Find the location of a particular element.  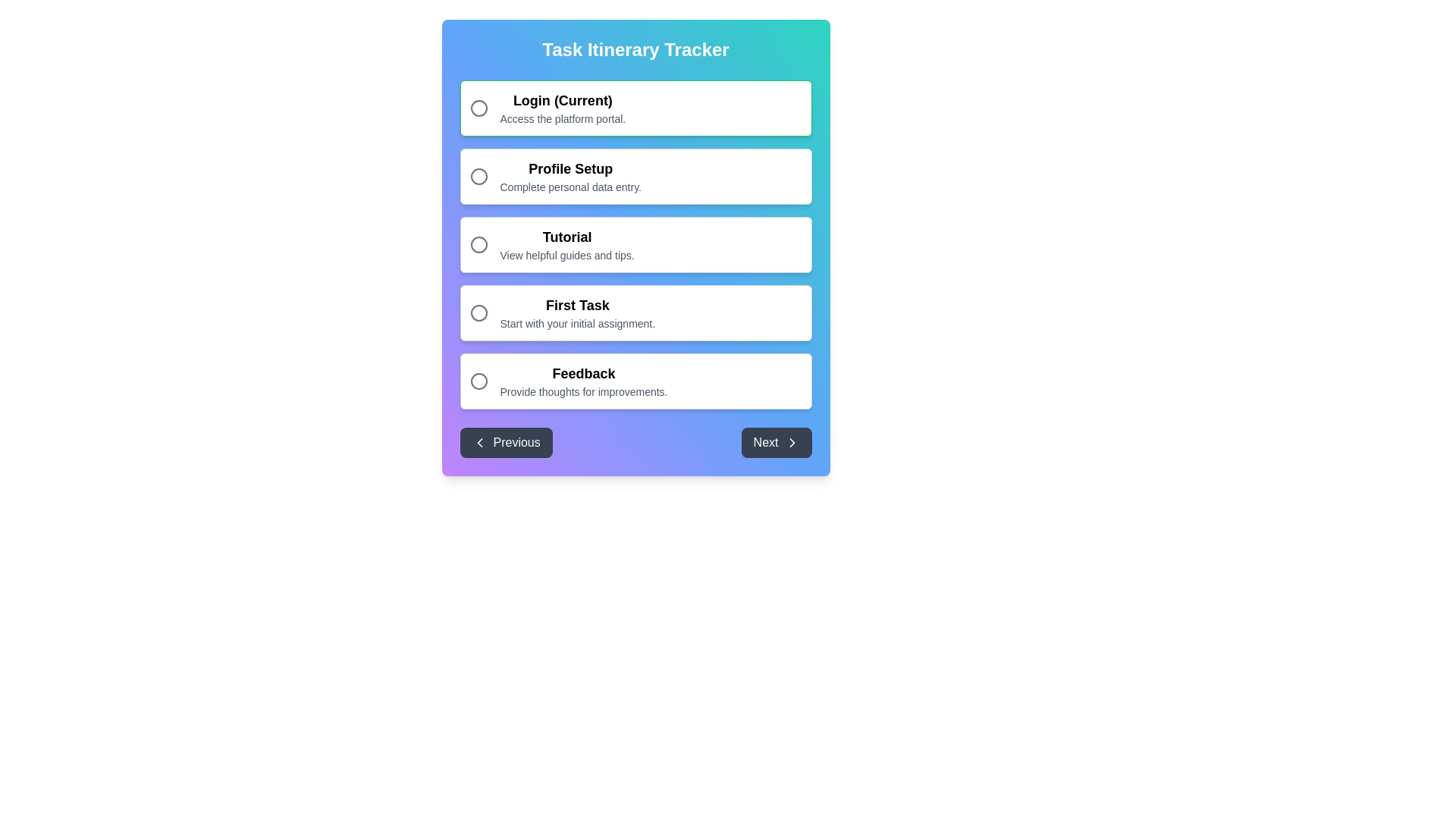

the circular icon located at the top-left corner of the 'Tutorial' card section is located at coordinates (478, 244).